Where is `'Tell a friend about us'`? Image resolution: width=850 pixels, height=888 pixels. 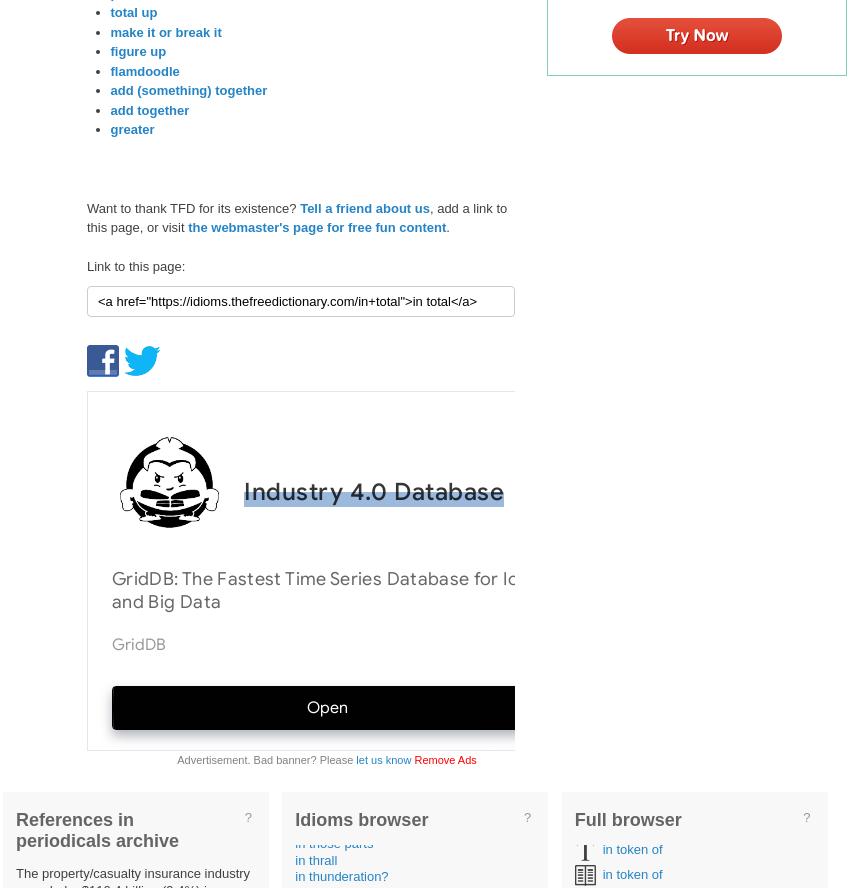 'Tell a friend about us' is located at coordinates (363, 206).